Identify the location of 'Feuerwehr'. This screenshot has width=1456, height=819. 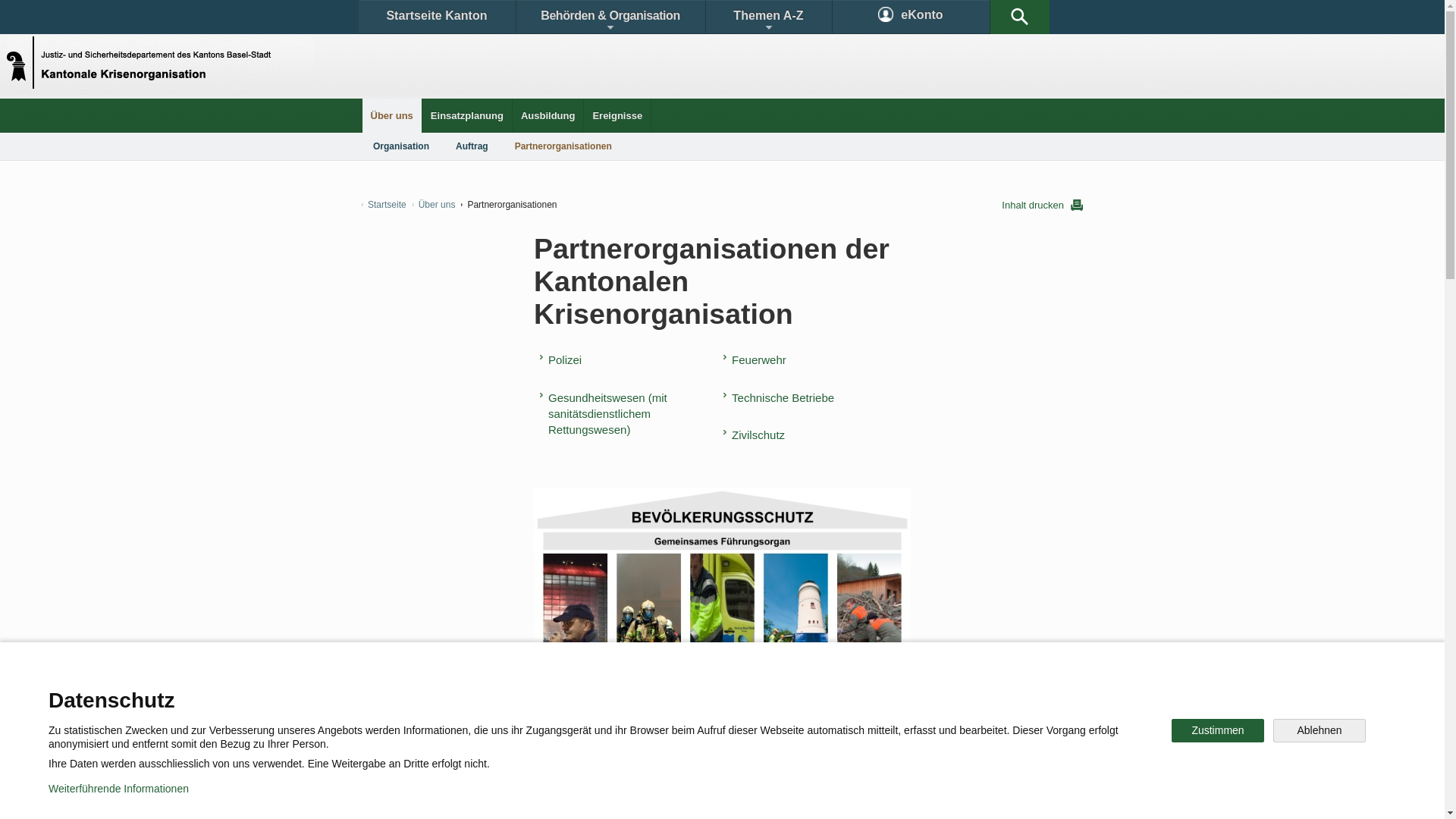
(758, 359).